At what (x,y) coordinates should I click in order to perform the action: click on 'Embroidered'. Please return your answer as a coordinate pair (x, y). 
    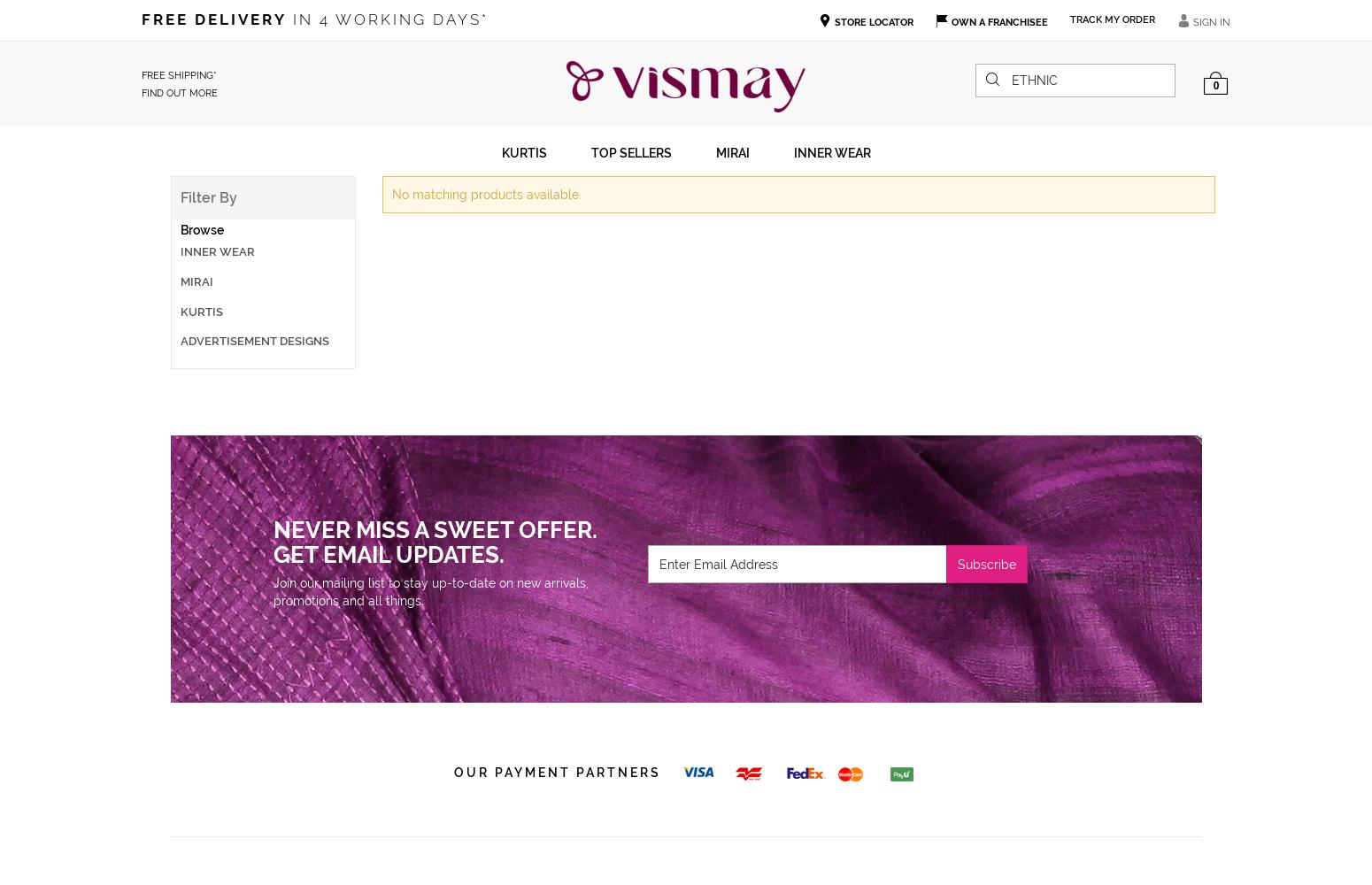
    Looking at the image, I should click on (352, 274).